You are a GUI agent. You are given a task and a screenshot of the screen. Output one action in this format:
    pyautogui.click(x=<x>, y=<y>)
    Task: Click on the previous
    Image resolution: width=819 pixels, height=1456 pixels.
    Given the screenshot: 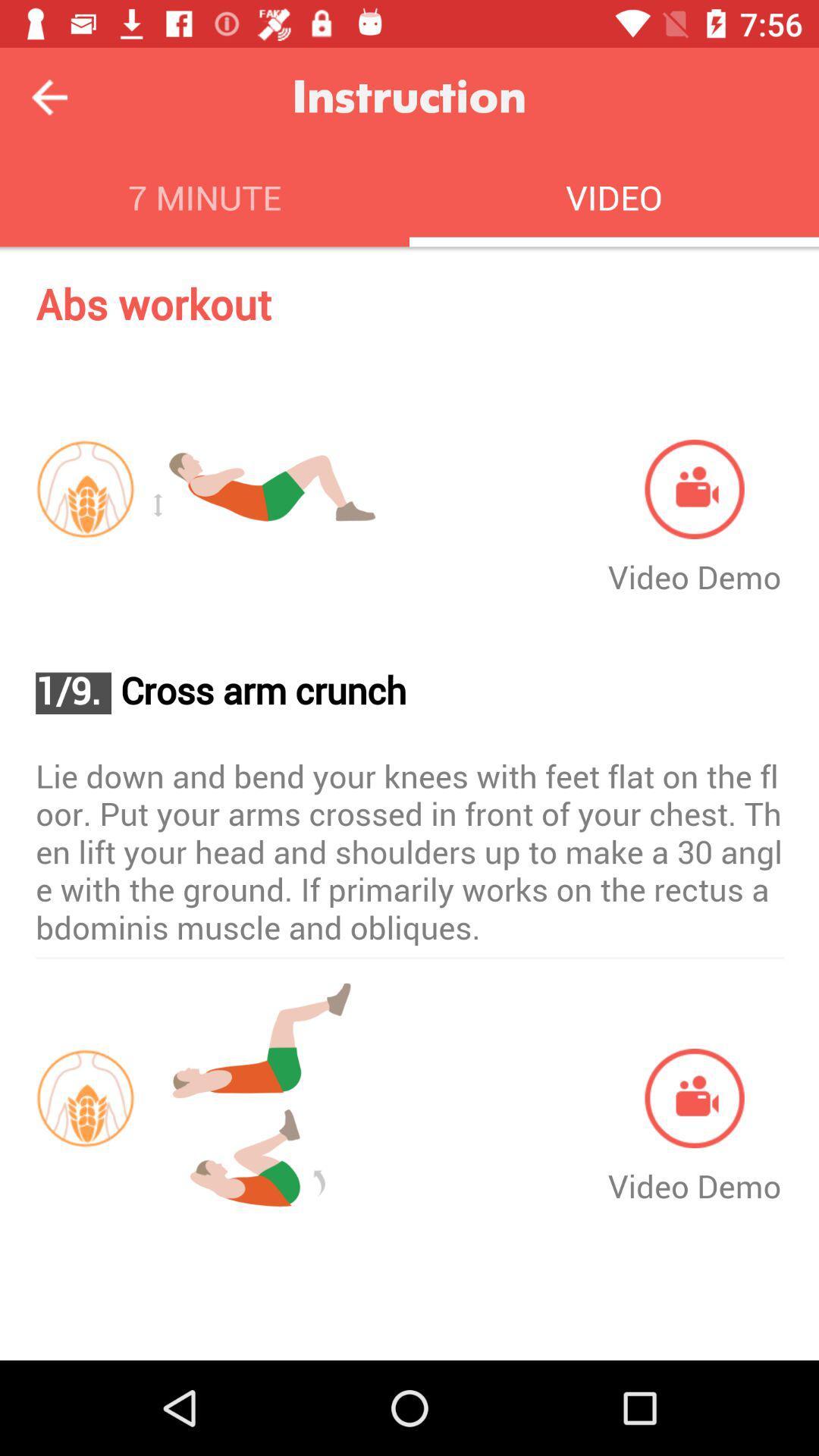 What is the action you would take?
    pyautogui.click(x=49, y=96)
    